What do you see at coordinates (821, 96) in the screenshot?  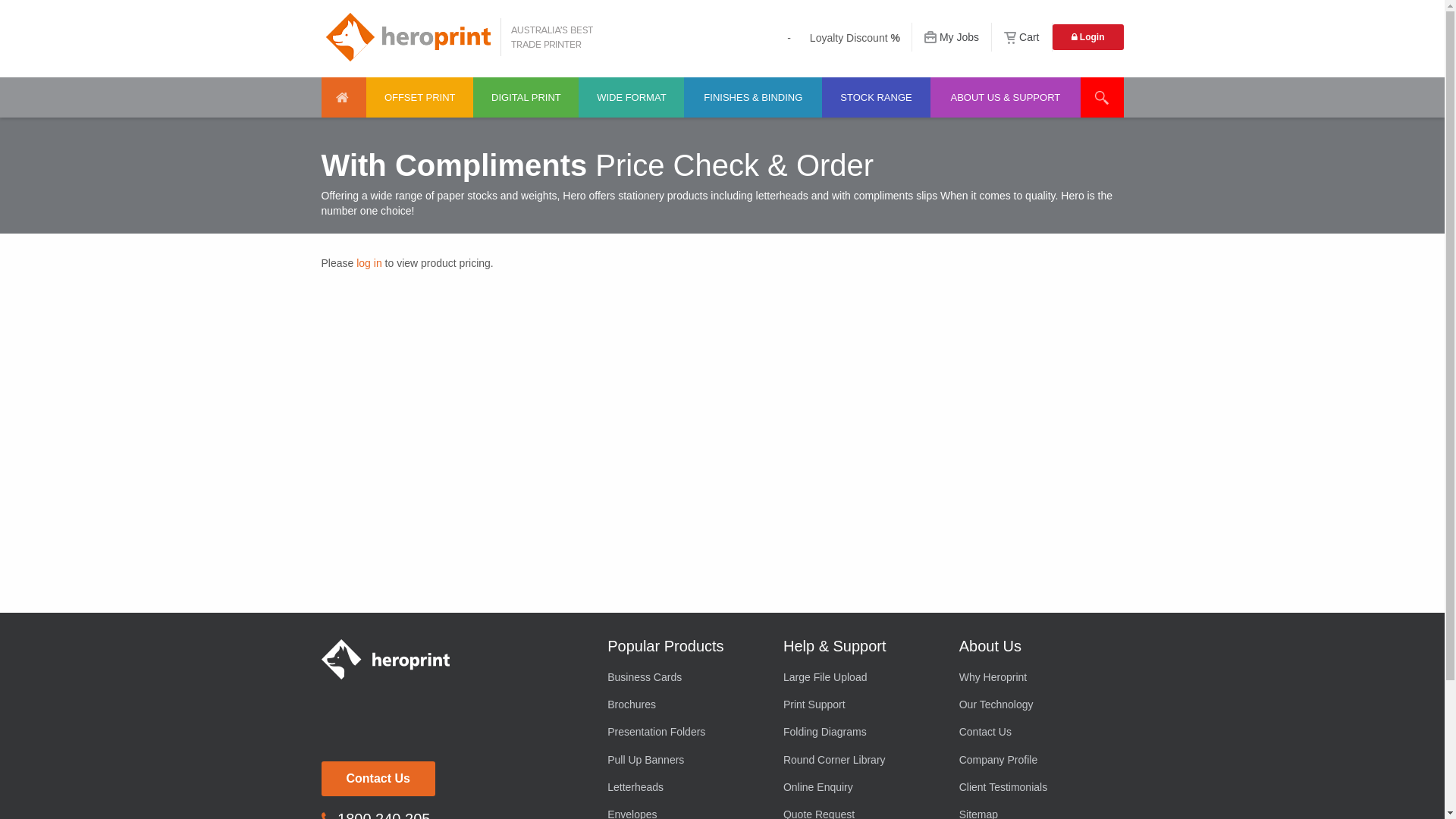 I see `'STOCK RANGE'` at bounding box center [821, 96].